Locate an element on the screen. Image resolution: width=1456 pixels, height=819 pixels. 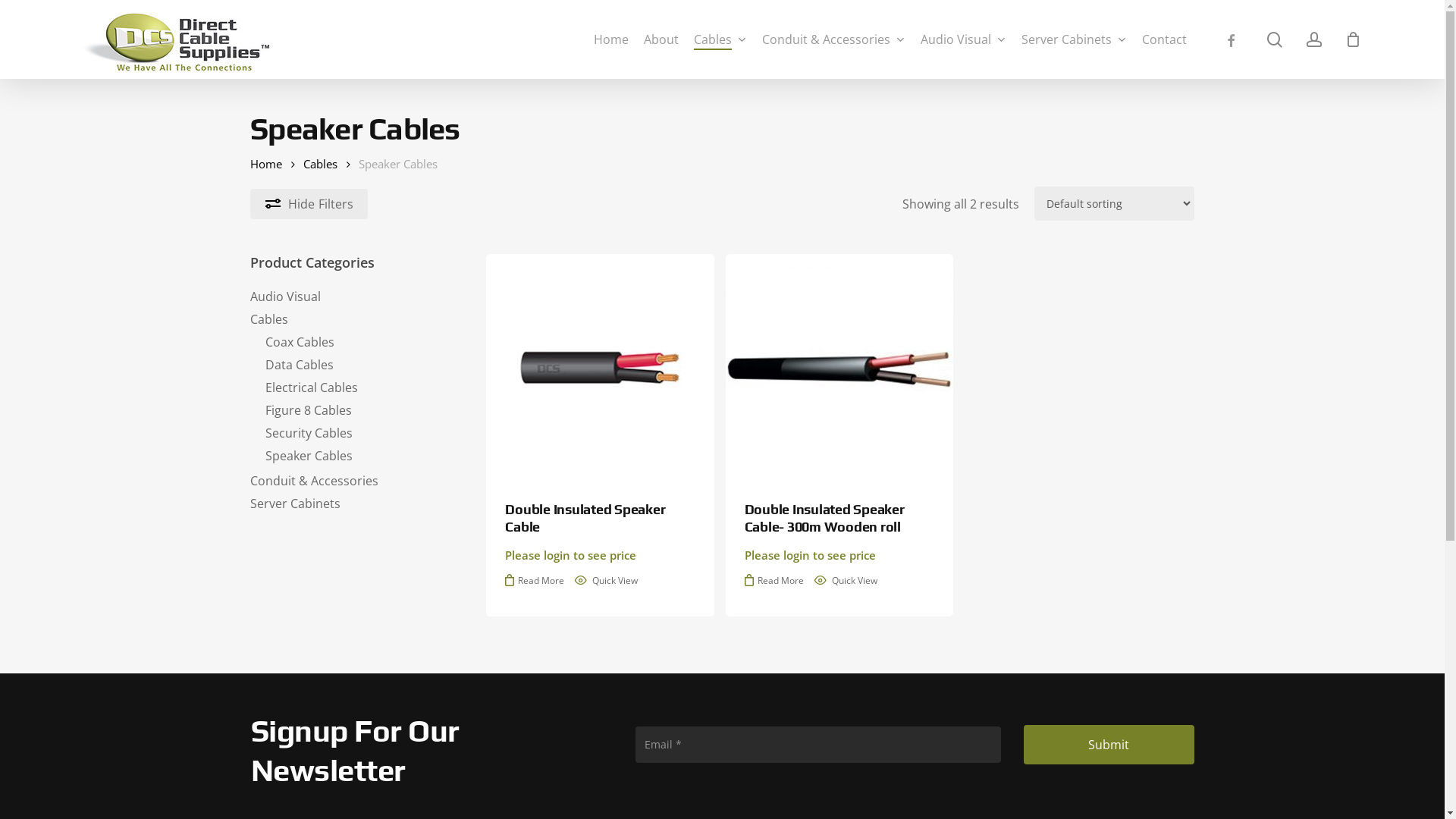
'Quick View' is located at coordinates (845, 581).